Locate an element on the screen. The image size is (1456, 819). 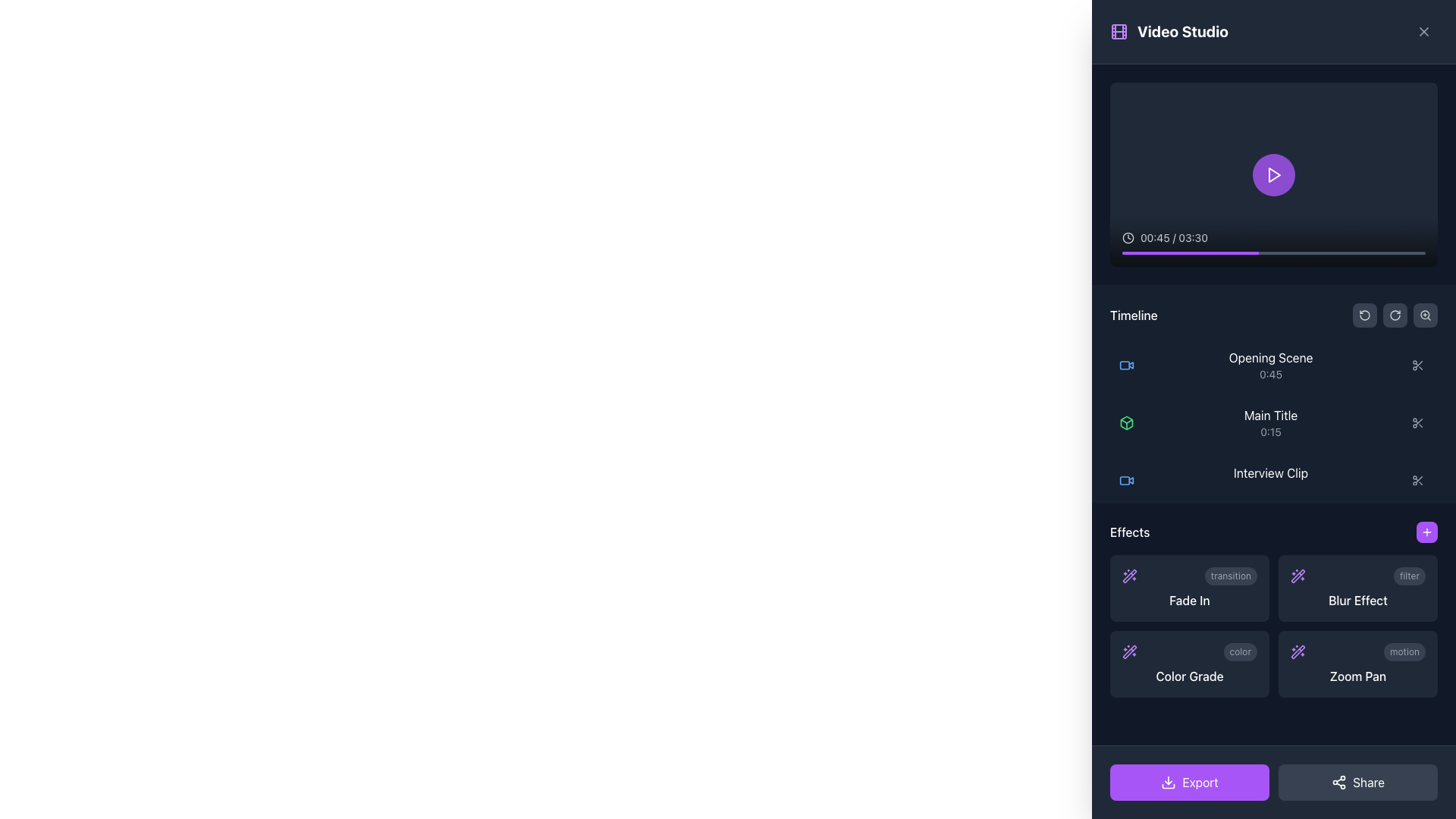
the Card button labeled 'Blur Effect' is located at coordinates (1357, 587).